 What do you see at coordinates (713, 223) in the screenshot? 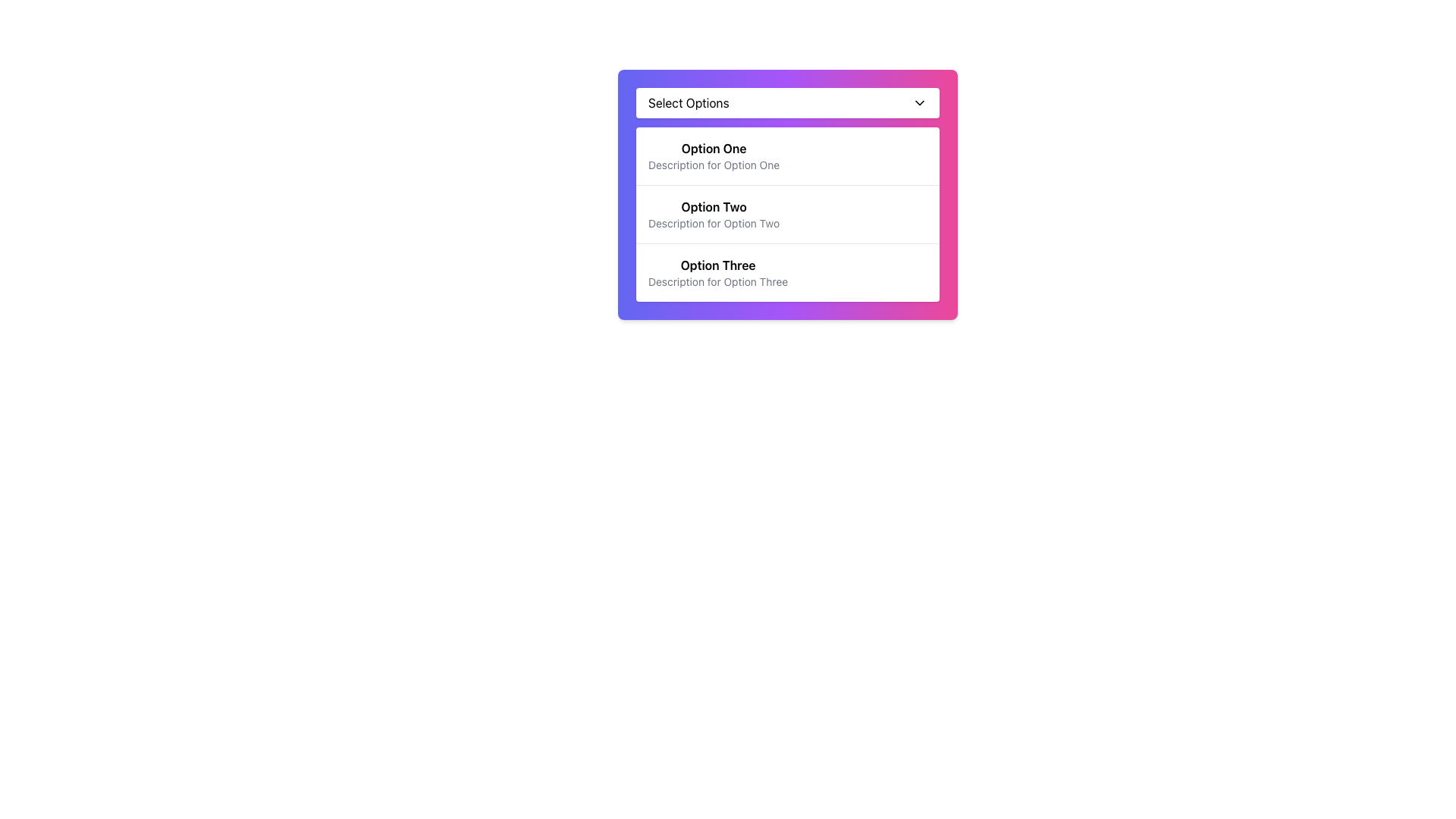
I see `text label that displays 'Description for Option Two' located under the 'Option Two' dropdown menu` at bounding box center [713, 223].